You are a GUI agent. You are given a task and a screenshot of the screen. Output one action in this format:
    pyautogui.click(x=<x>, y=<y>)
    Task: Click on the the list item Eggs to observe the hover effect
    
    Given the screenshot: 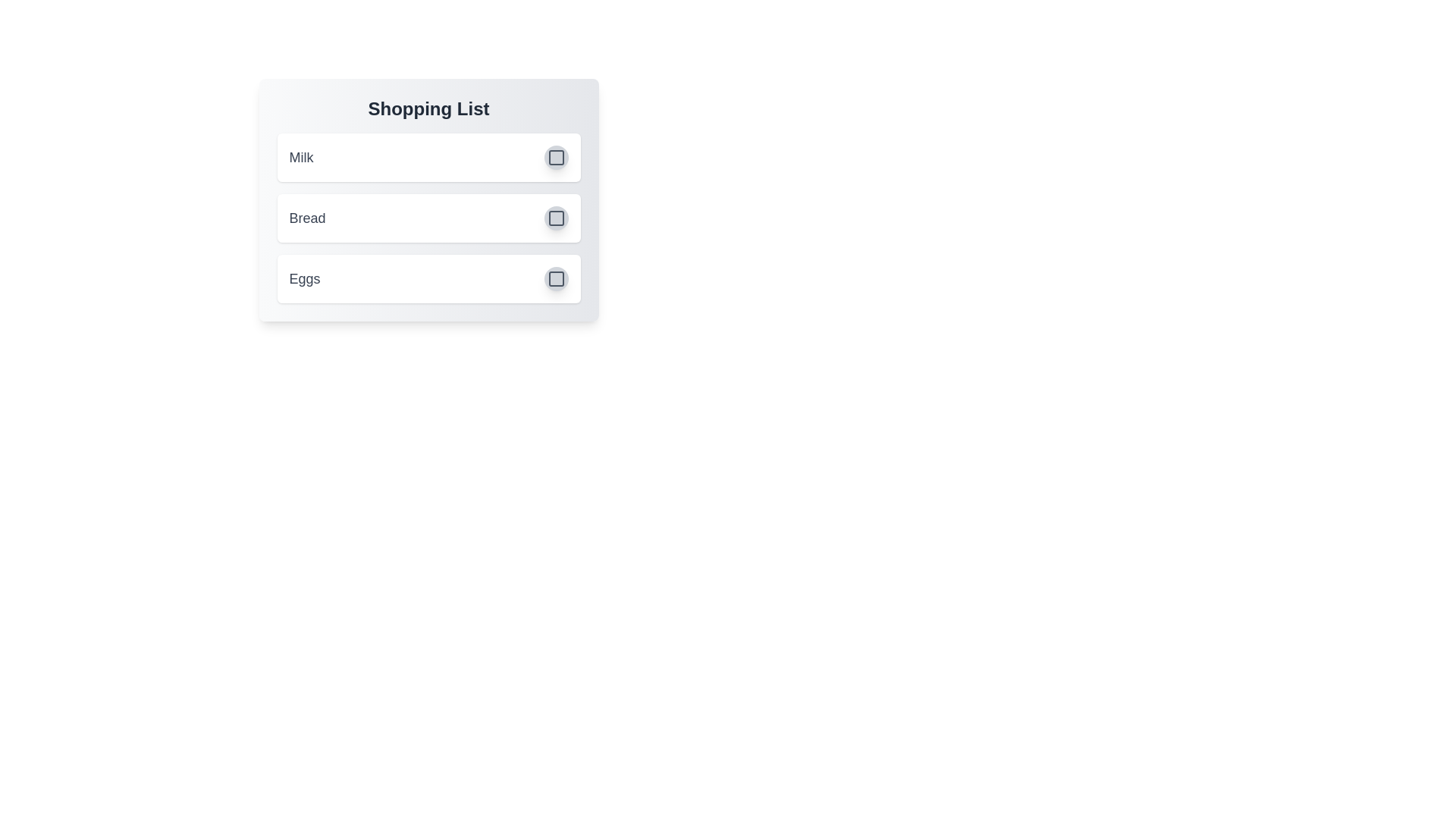 What is the action you would take?
    pyautogui.click(x=428, y=278)
    